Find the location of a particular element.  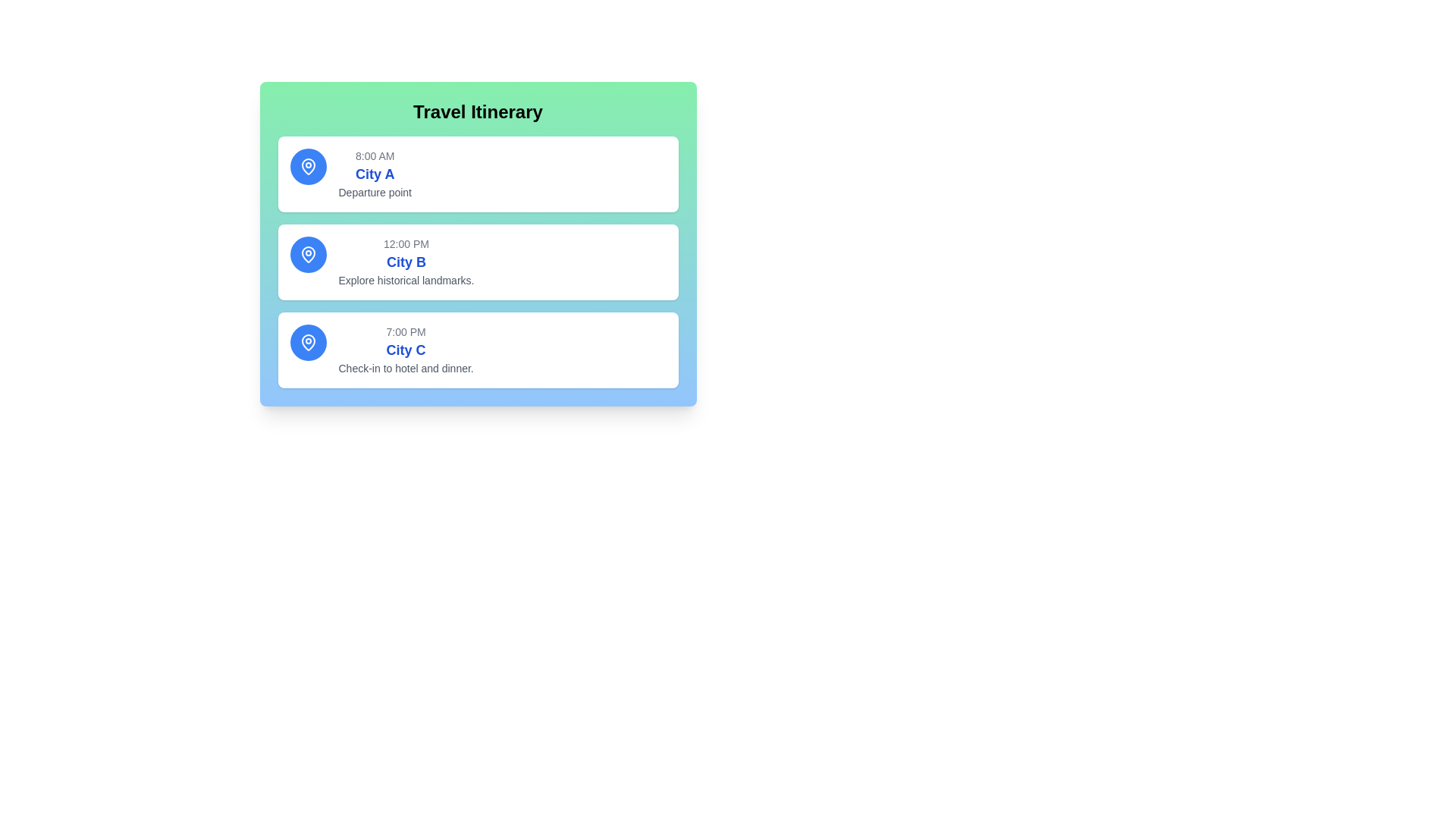

the Text label that details the name of the destination 'City B' in the middle section of the travel itinerary interface is located at coordinates (406, 262).